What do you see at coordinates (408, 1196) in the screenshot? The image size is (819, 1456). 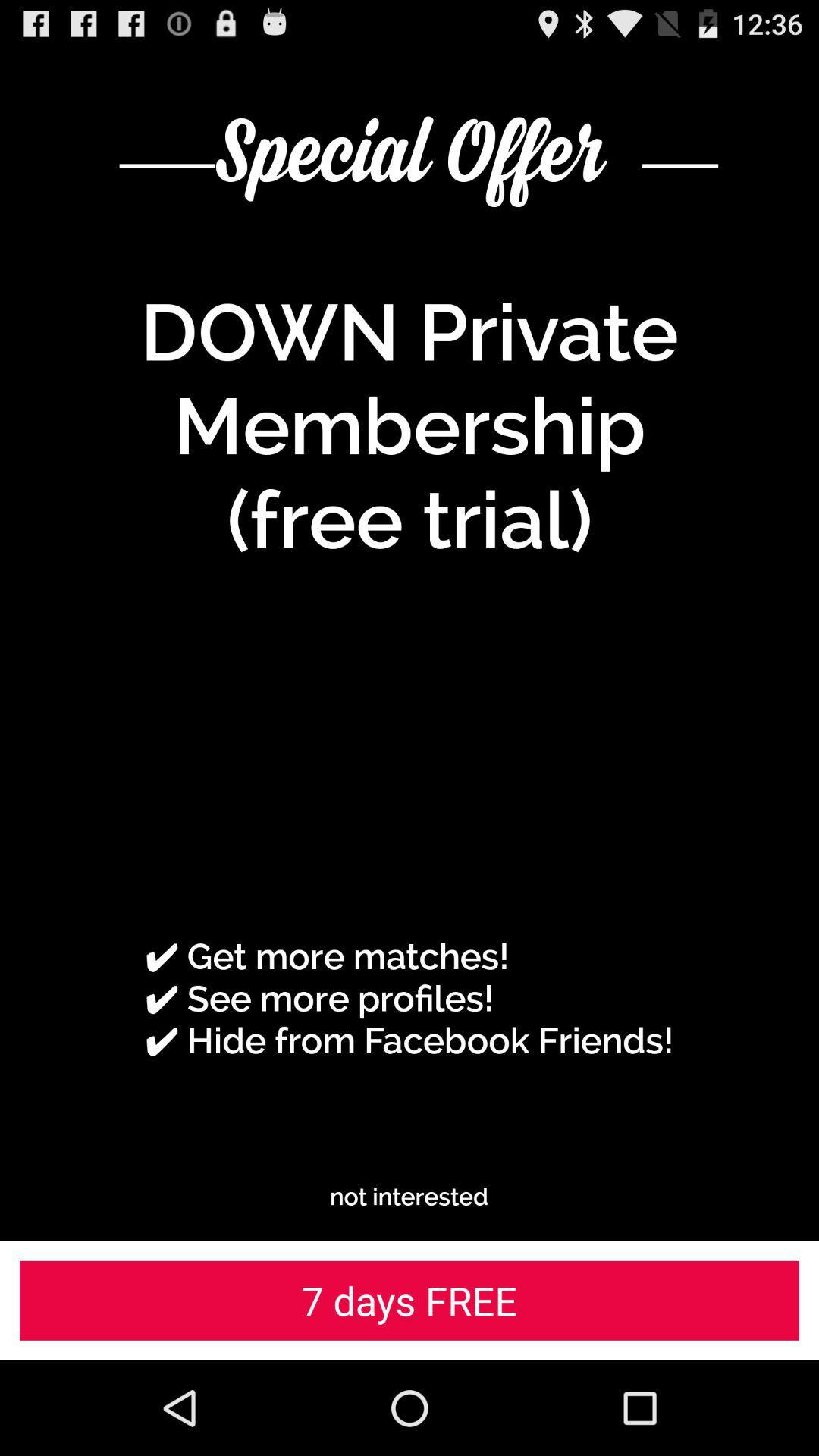 I see `not interested icon` at bounding box center [408, 1196].